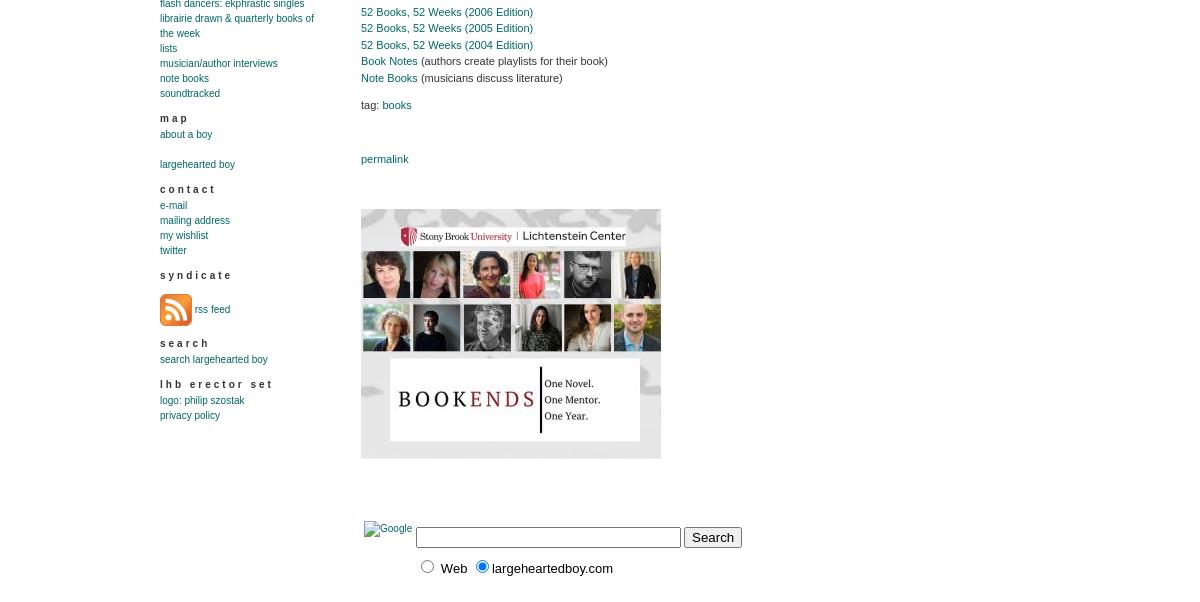  What do you see at coordinates (167, 48) in the screenshot?
I see `'Lists'` at bounding box center [167, 48].